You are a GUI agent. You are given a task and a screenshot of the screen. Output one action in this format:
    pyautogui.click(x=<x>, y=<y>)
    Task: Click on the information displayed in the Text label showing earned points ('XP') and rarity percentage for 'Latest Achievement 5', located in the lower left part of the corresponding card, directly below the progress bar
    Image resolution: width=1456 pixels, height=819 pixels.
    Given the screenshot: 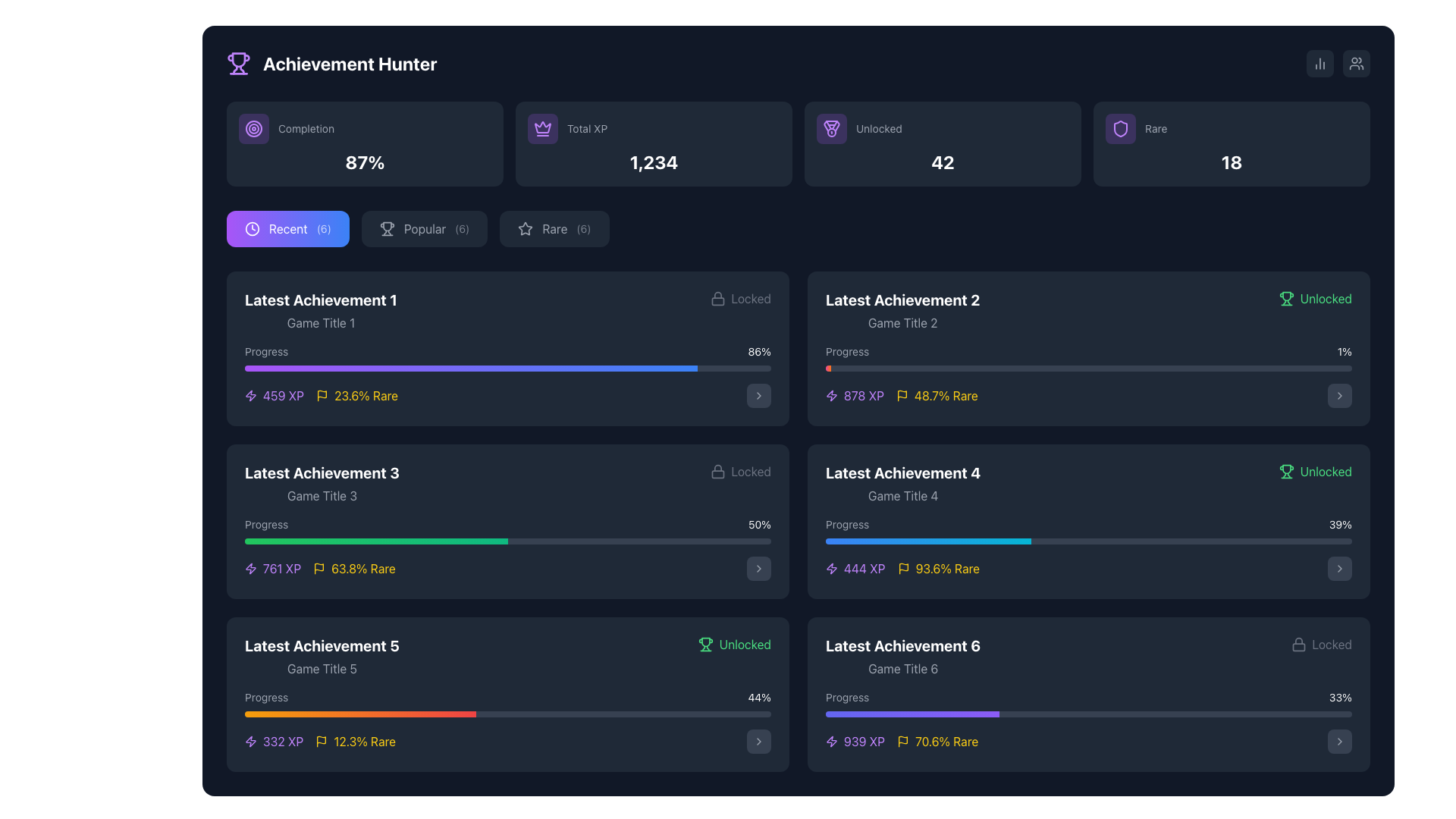 What is the action you would take?
    pyautogui.click(x=319, y=741)
    